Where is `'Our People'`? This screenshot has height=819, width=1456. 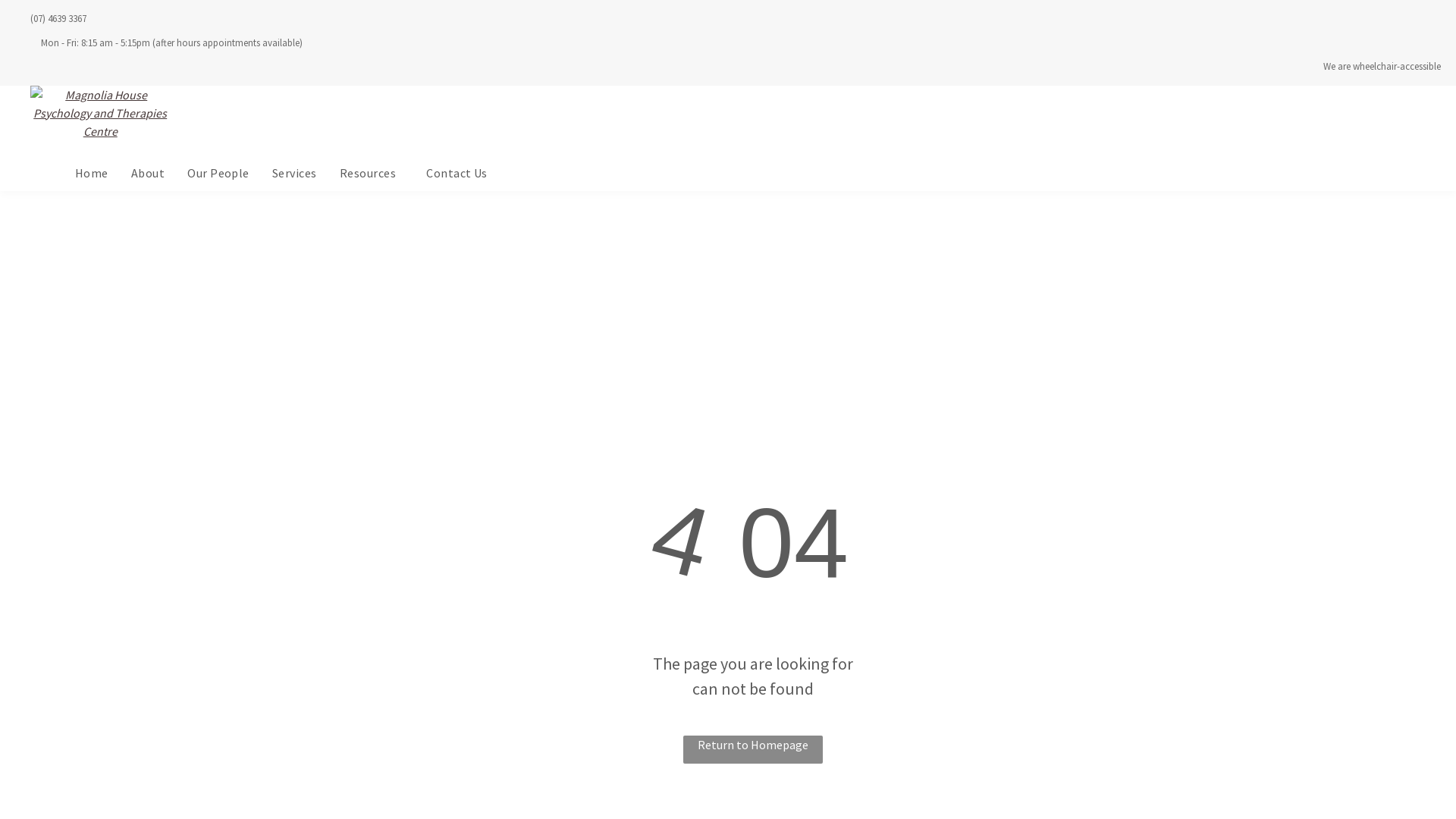
'Our People' is located at coordinates (218, 171).